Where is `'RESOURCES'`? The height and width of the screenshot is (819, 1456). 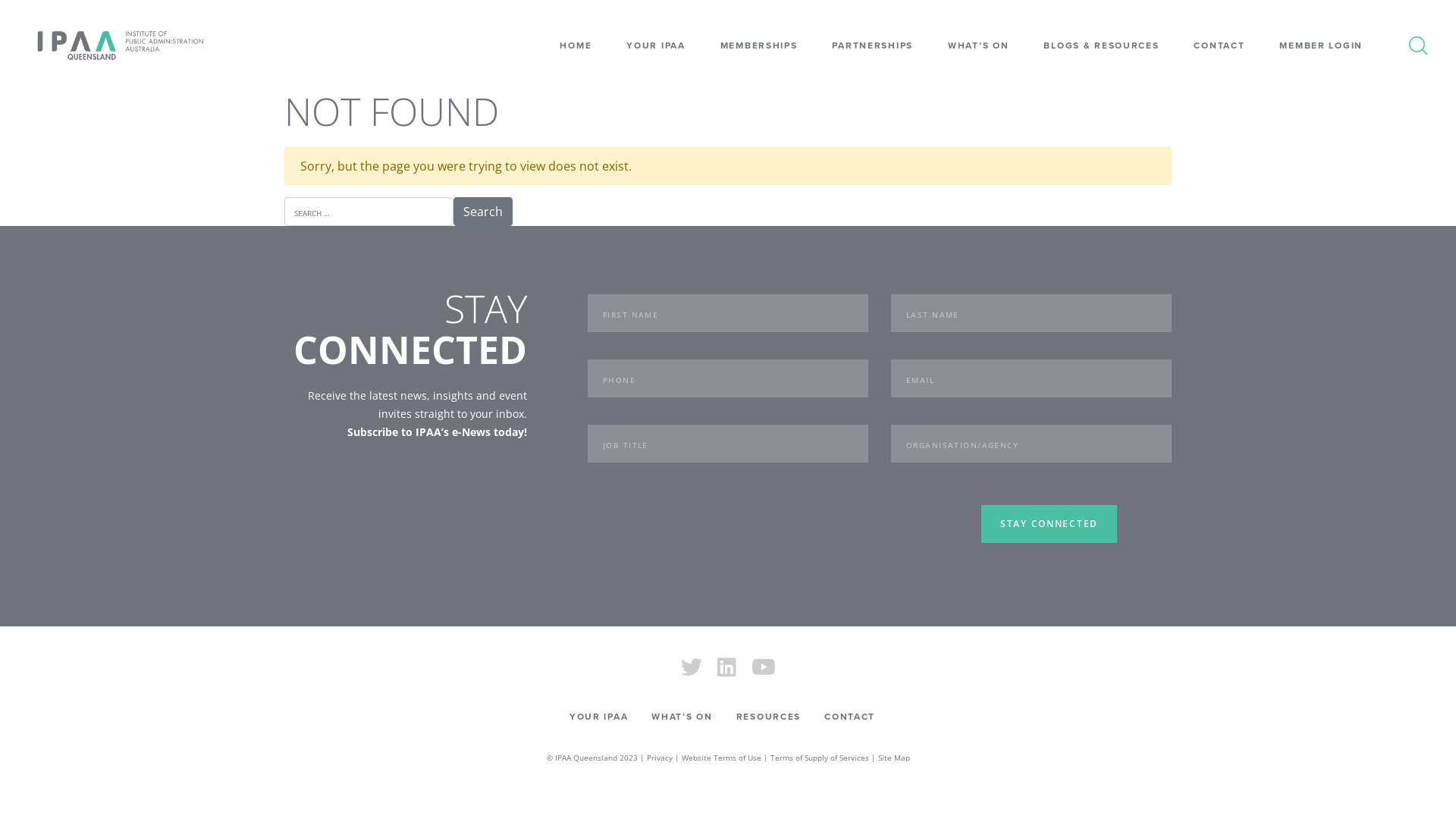 'RESOURCES' is located at coordinates (768, 717).